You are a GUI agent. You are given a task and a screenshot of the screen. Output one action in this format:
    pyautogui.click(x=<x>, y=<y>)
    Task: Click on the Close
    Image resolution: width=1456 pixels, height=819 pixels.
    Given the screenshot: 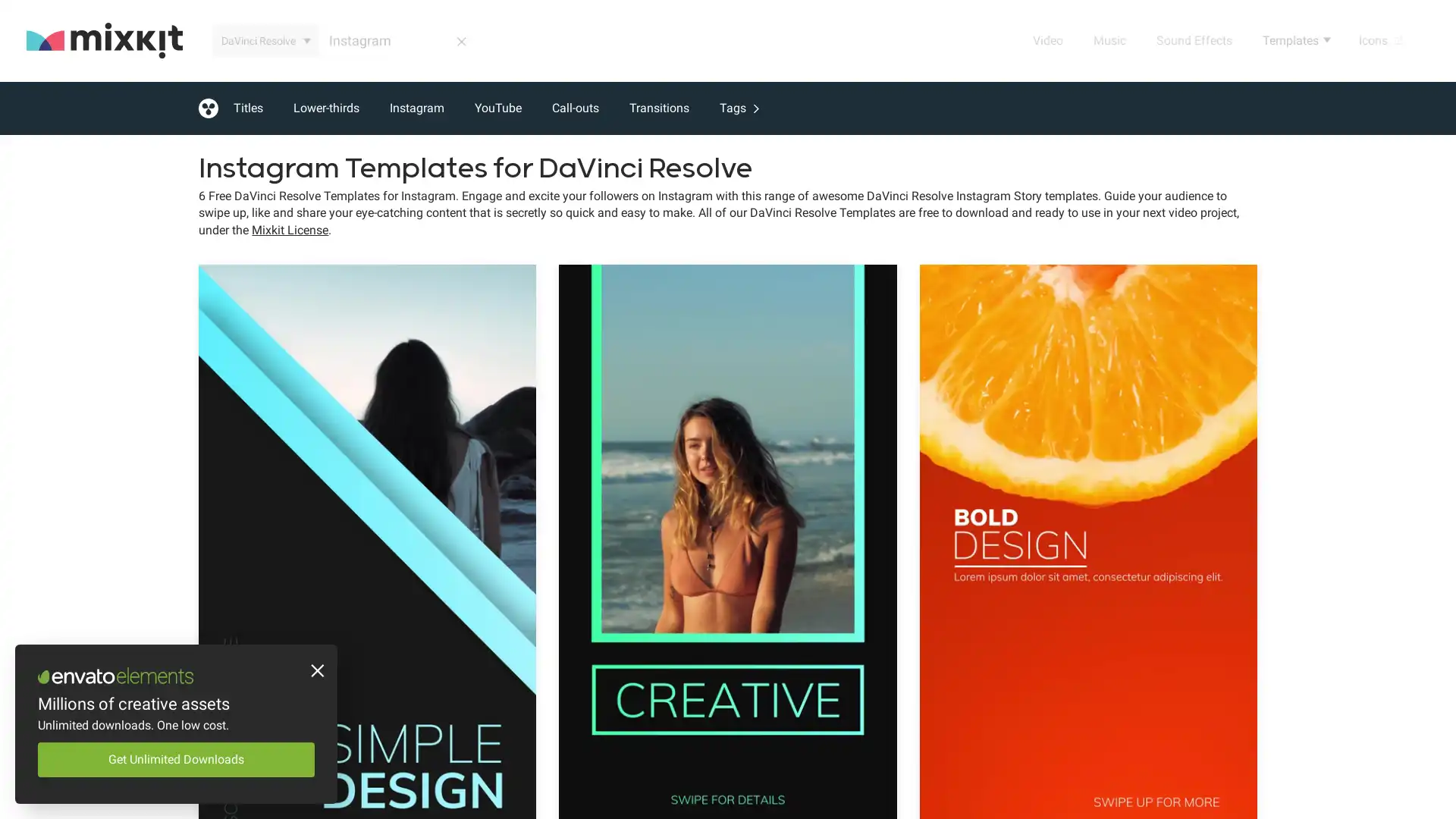 What is the action you would take?
    pyautogui.click(x=315, y=672)
    